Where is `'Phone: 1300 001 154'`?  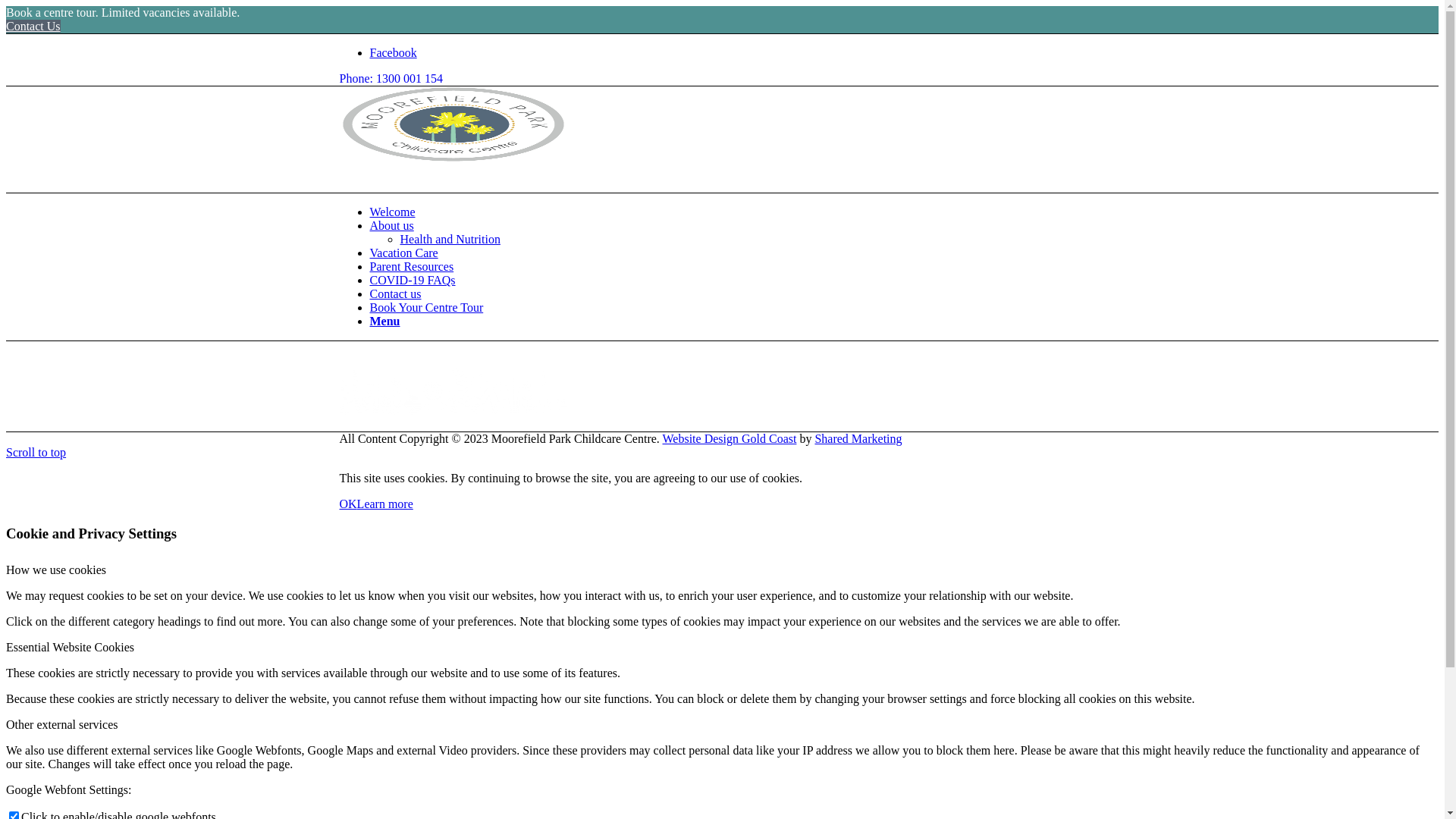
'Phone: 1300 001 154' is located at coordinates (391, 78).